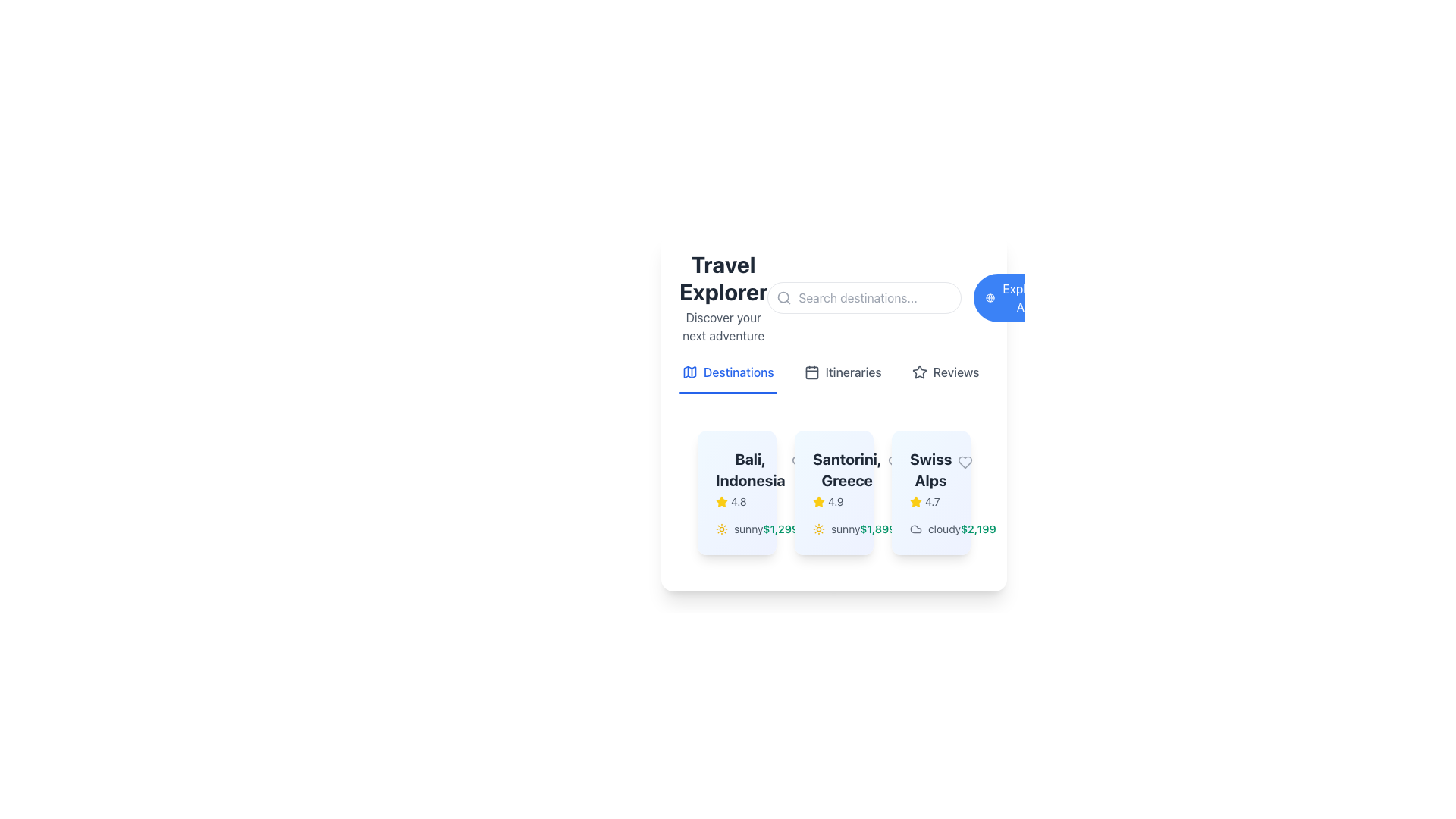  What do you see at coordinates (811, 372) in the screenshot?
I see `the empty frame graphic element located at the center of the calendar icon, which is part of the toolbar or navigation menu near the top of the interface` at bounding box center [811, 372].